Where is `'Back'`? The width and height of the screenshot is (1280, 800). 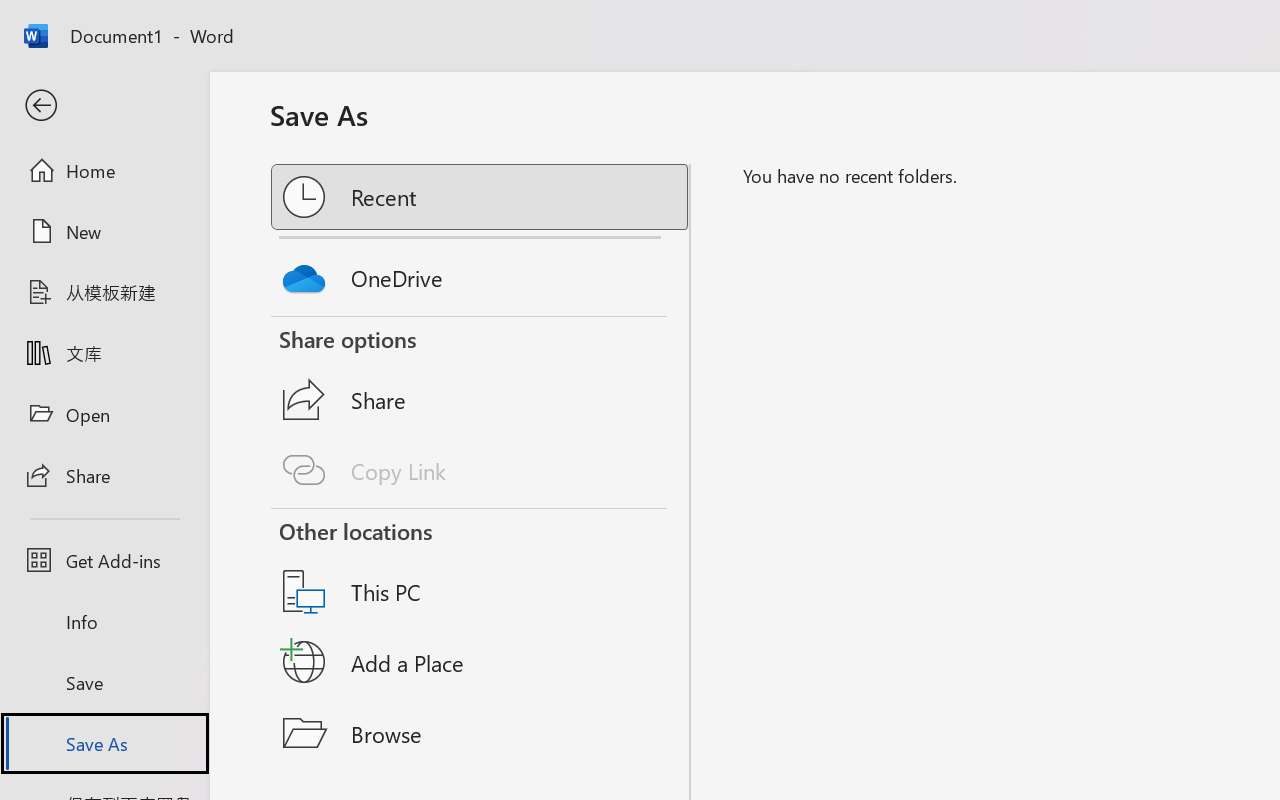
'Back' is located at coordinates (103, 105).